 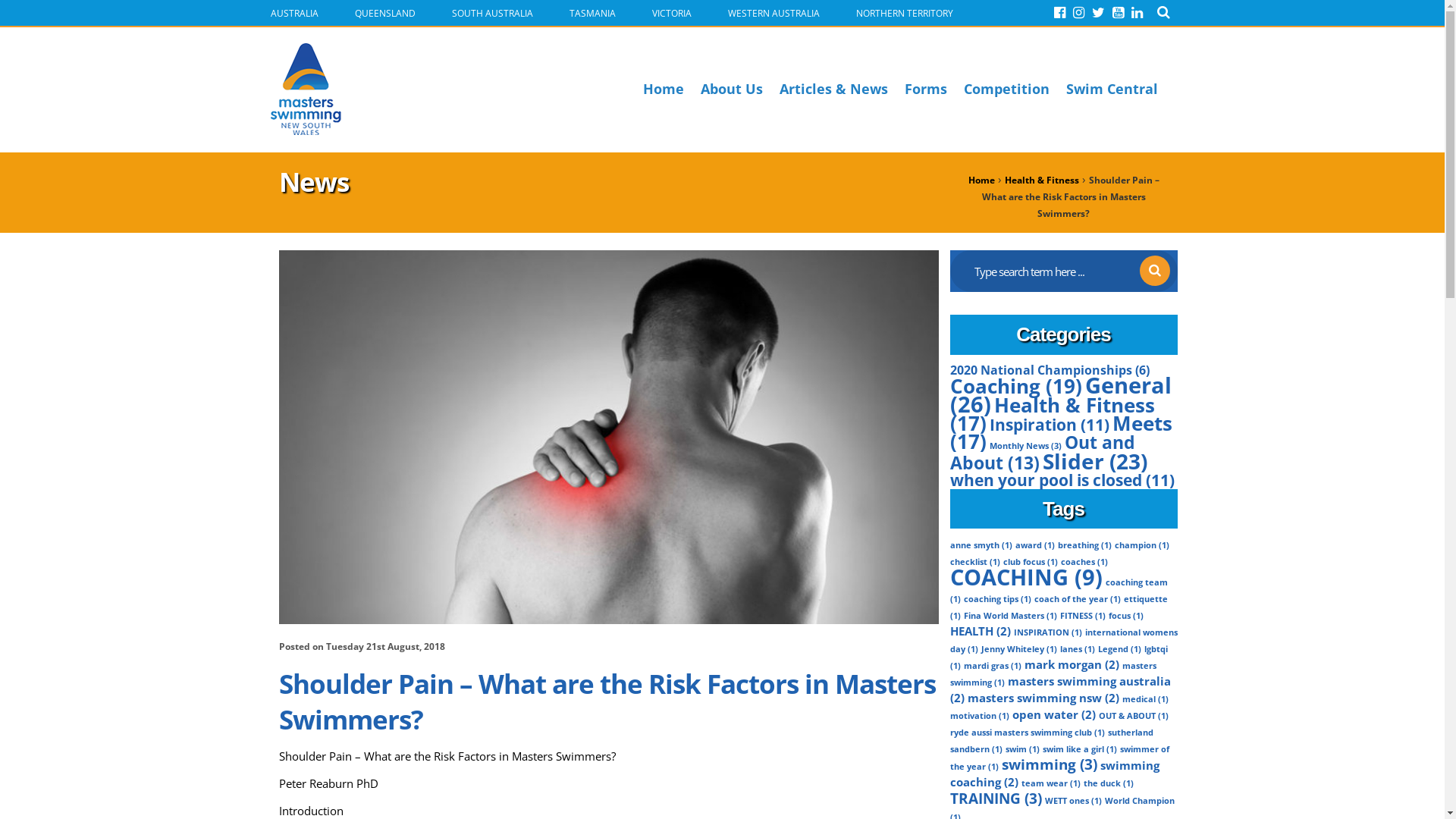 What do you see at coordinates (924, 88) in the screenshot?
I see `'Forms'` at bounding box center [924, 88].